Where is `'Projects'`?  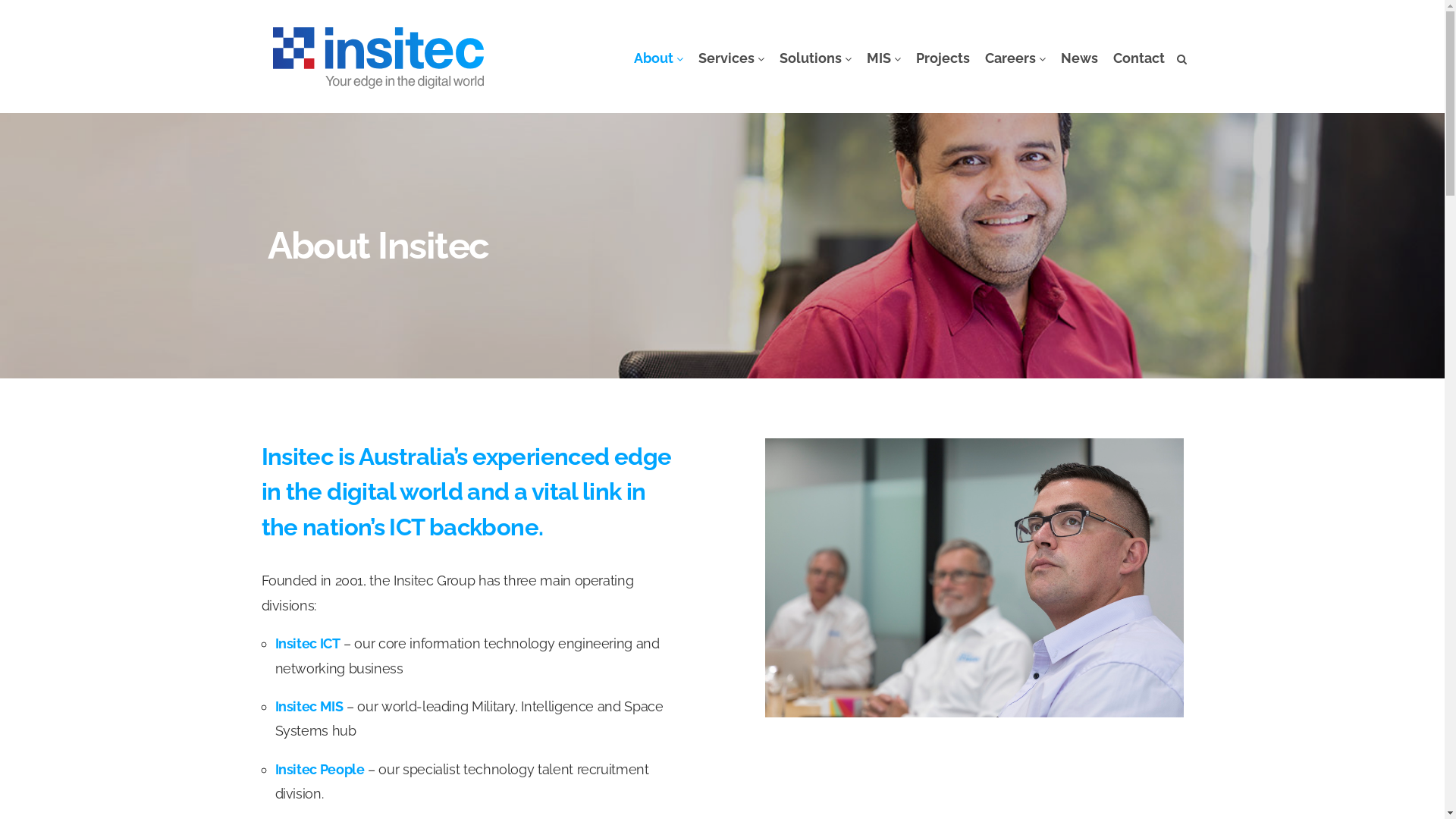
'Projects' is located at coordinates (942, 58).